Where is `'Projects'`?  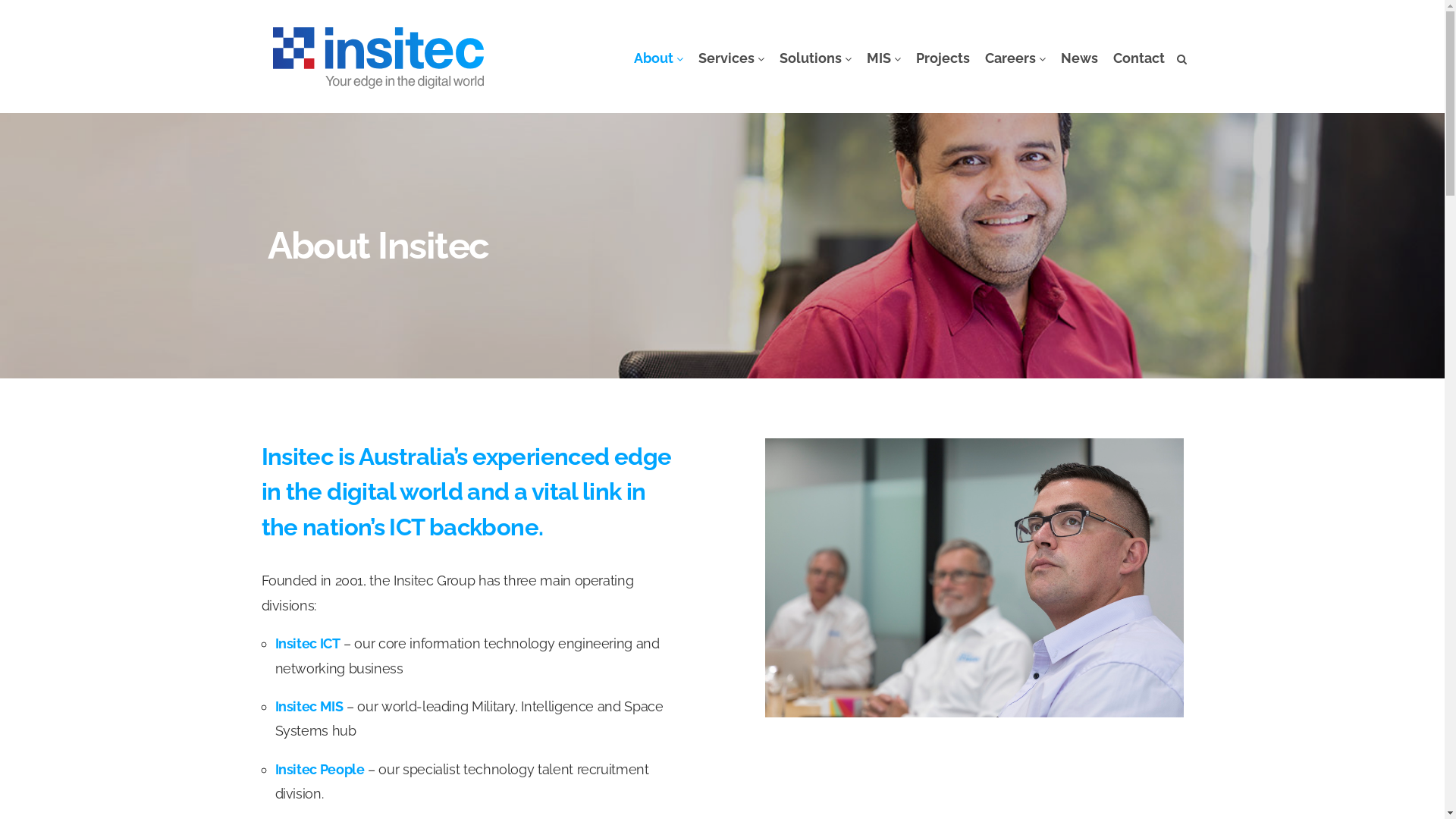
'Projects' is located at coordinates (942, 58).